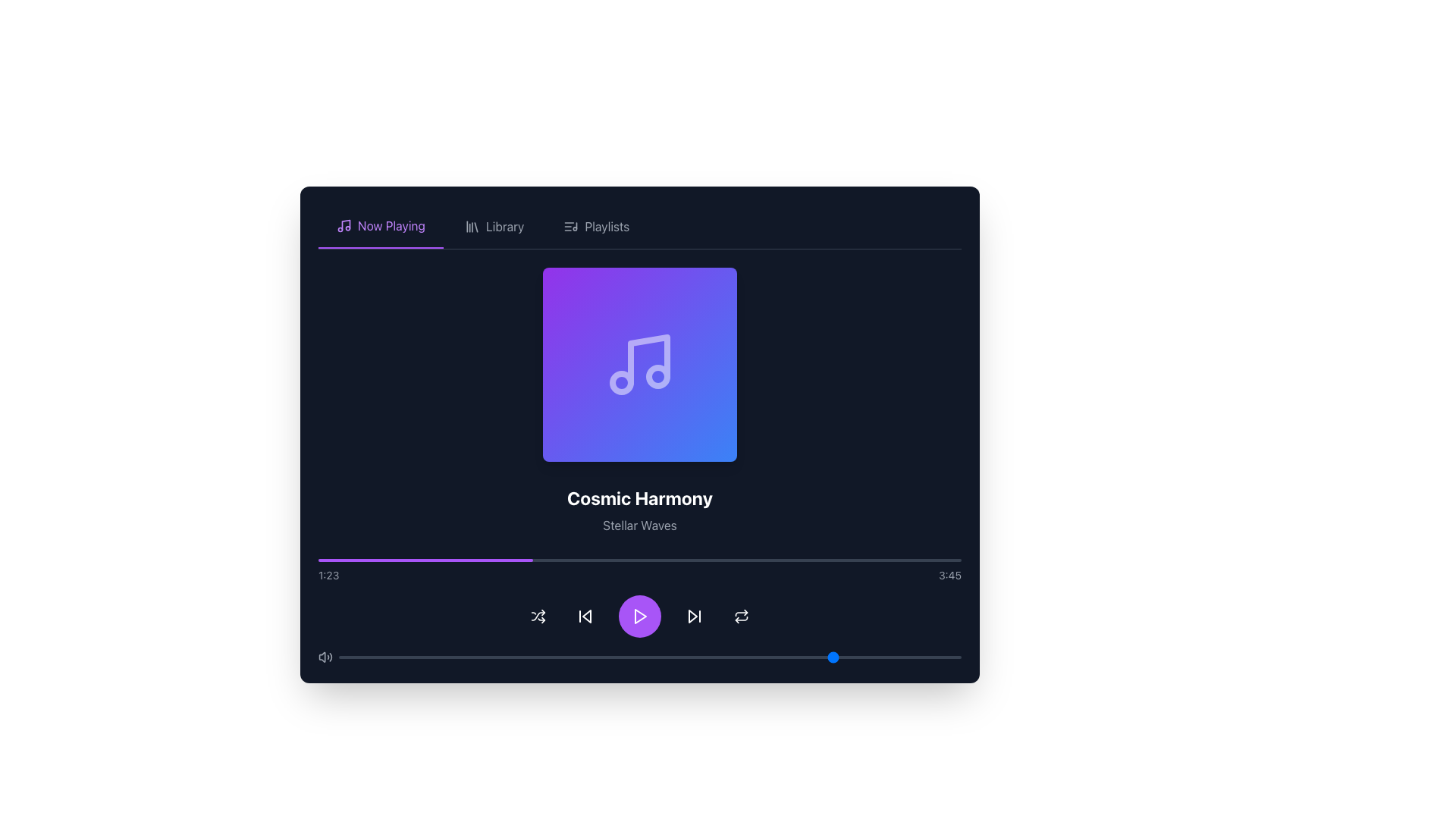 The width and height of the screenshot is (1456, 819). What do you see at coordinates (381, 227) in the screenshot?
I see `the 'Now Playing' navigation link, which is the first option in the horizontal navigation bar, styled with a purple underline and accompanied by a music note icon` at bounding box center [381, 227].